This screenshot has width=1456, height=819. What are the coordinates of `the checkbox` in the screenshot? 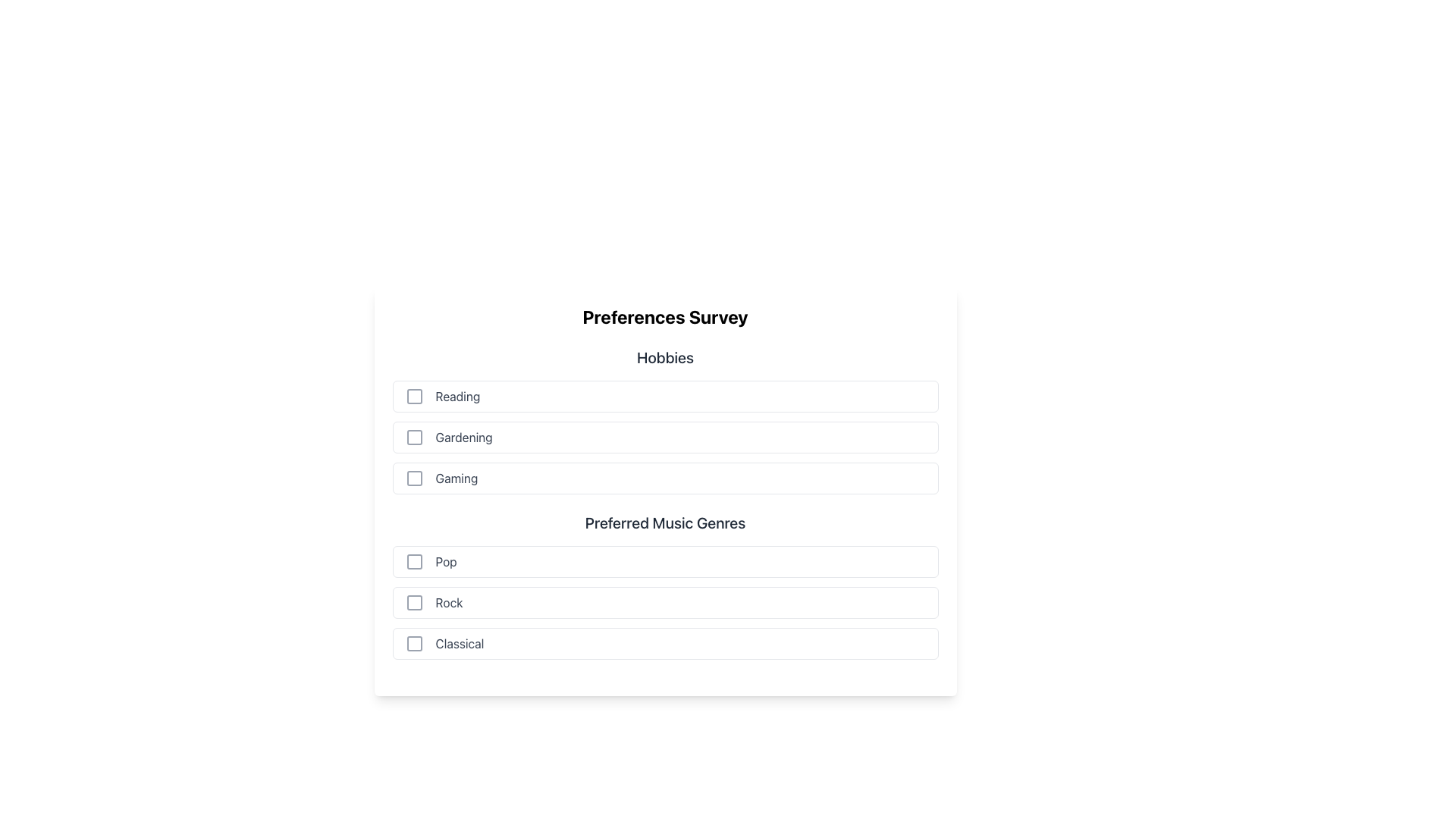 It's located at (665, 438).